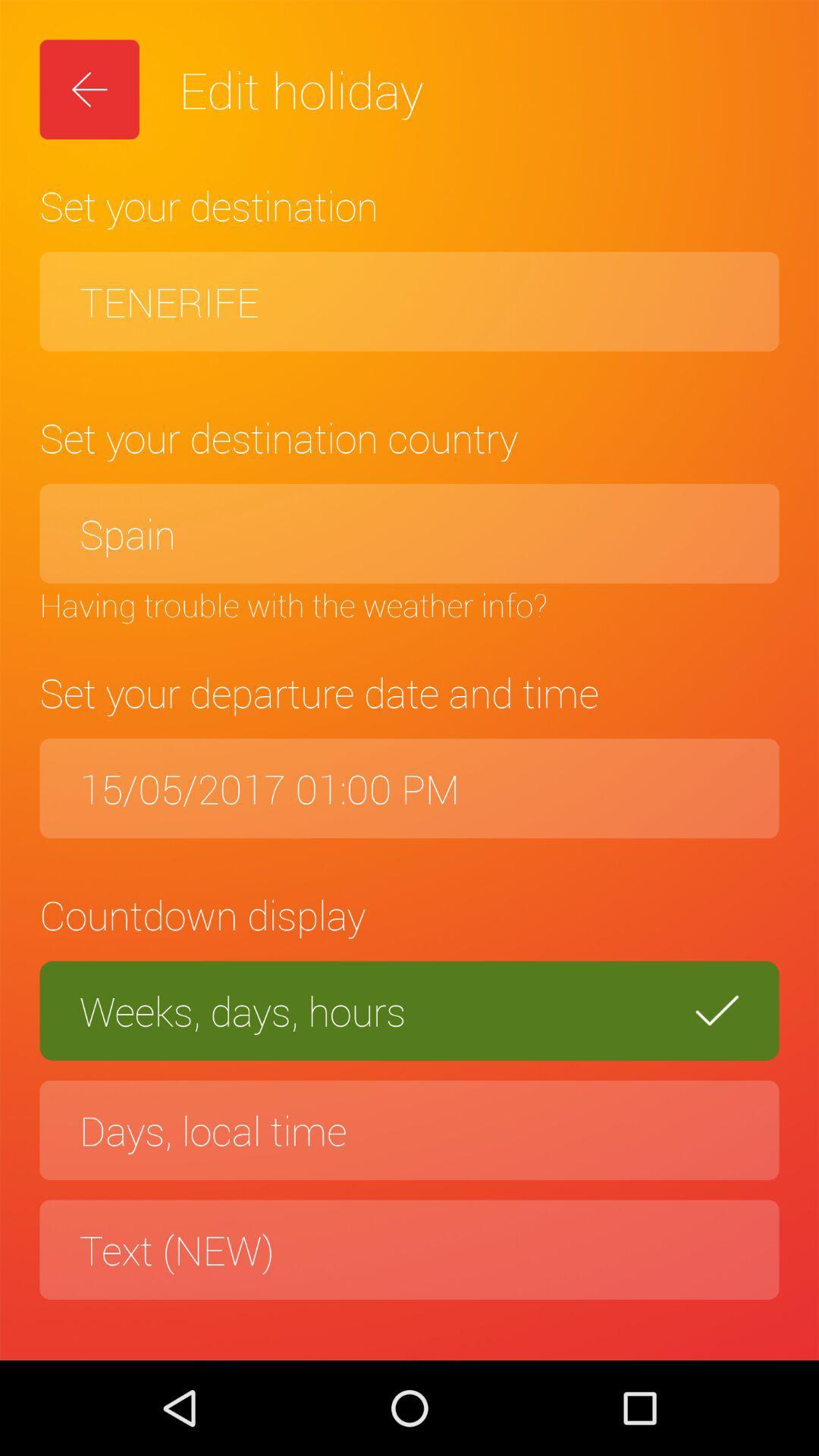  Describe the element at coordinates (409, 533) in the screenshot. I see `icon below set your destination` at that location.